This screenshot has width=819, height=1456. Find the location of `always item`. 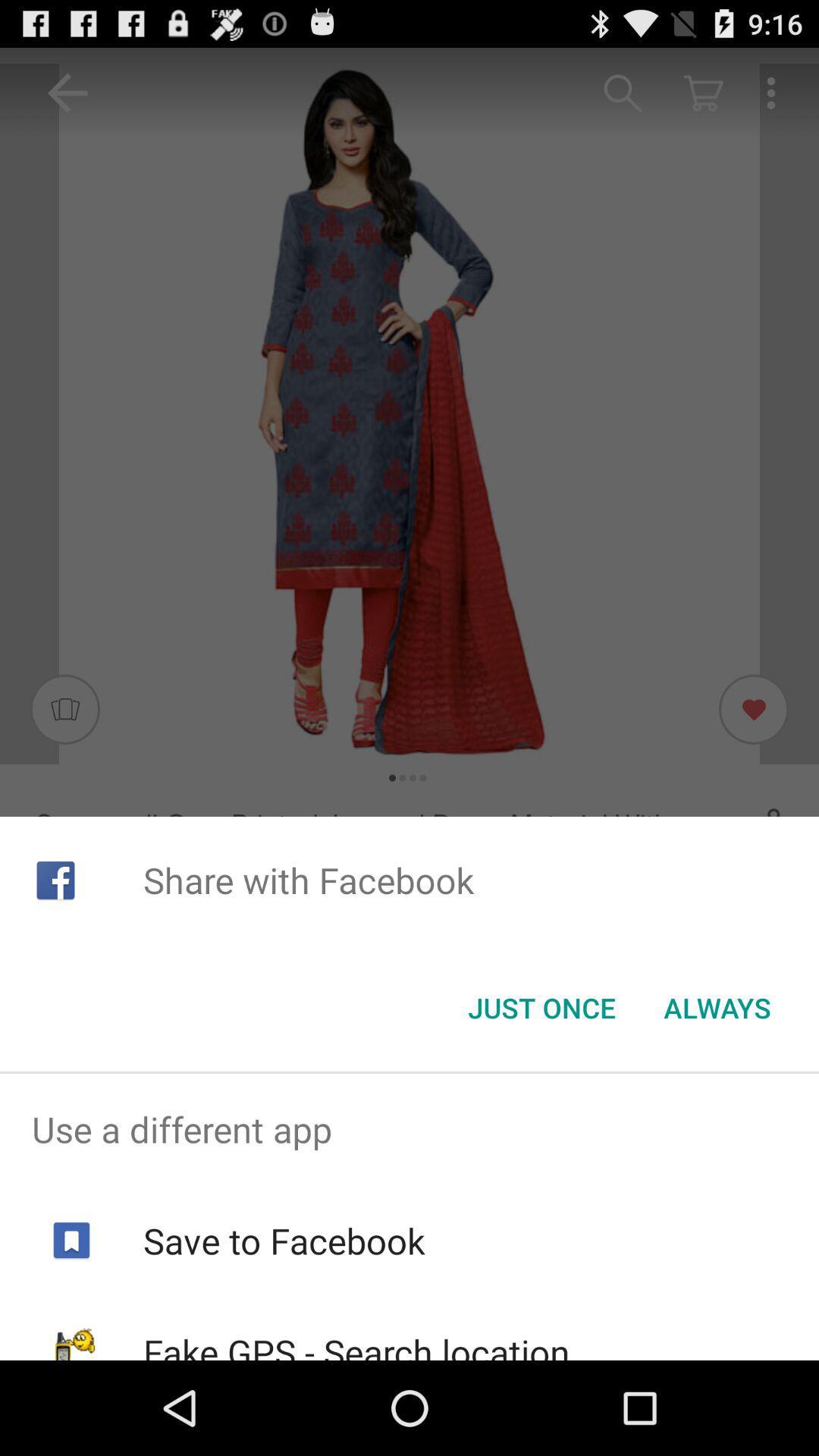

always item is located at coordinates (717, 1008).